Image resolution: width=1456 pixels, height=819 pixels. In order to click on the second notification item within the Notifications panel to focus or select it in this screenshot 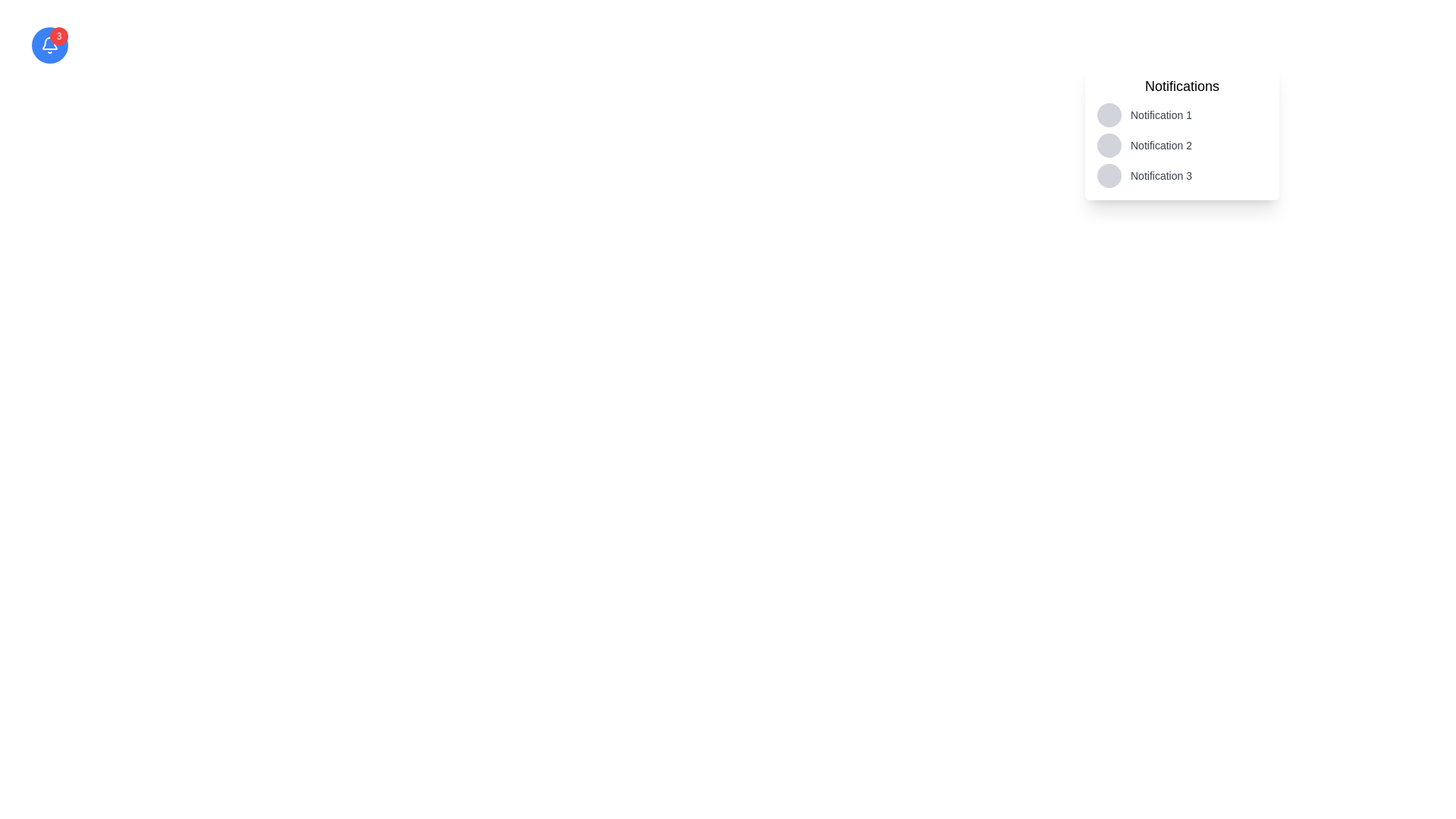, I will do `click(1181, 146)`.